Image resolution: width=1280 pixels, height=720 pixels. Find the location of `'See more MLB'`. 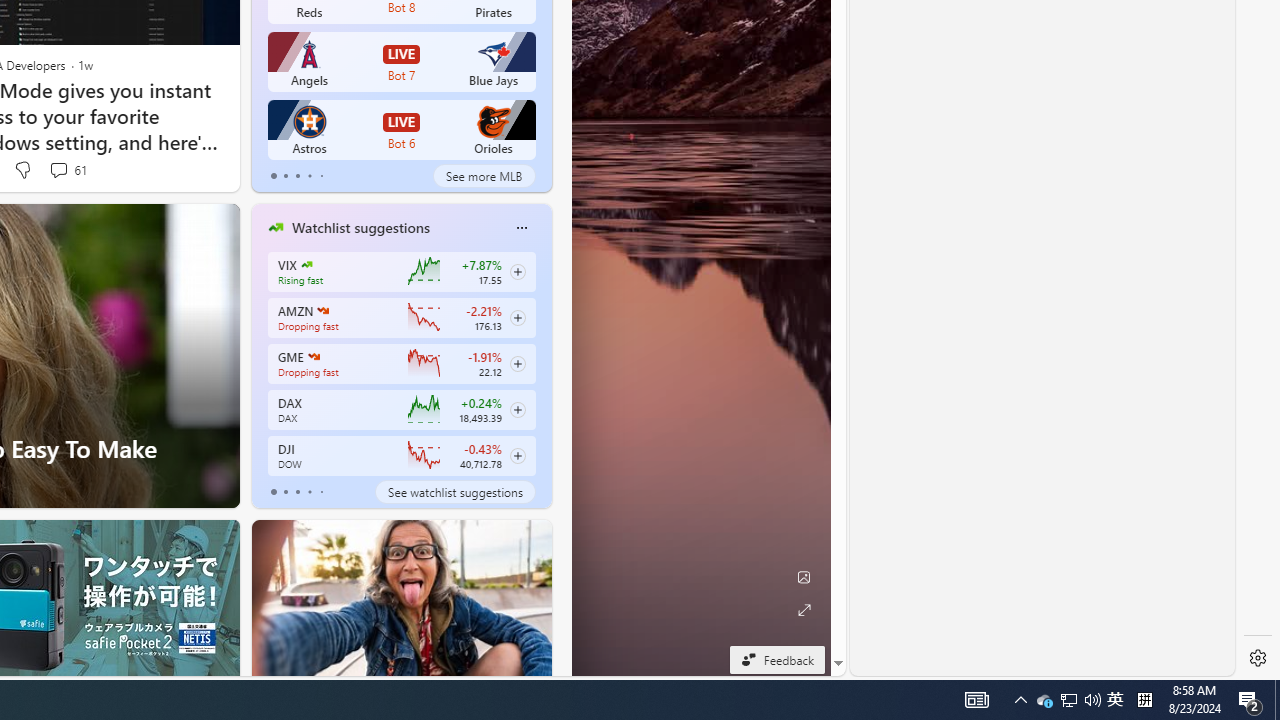

'See more MLB' is located at coordinates (484, 175).